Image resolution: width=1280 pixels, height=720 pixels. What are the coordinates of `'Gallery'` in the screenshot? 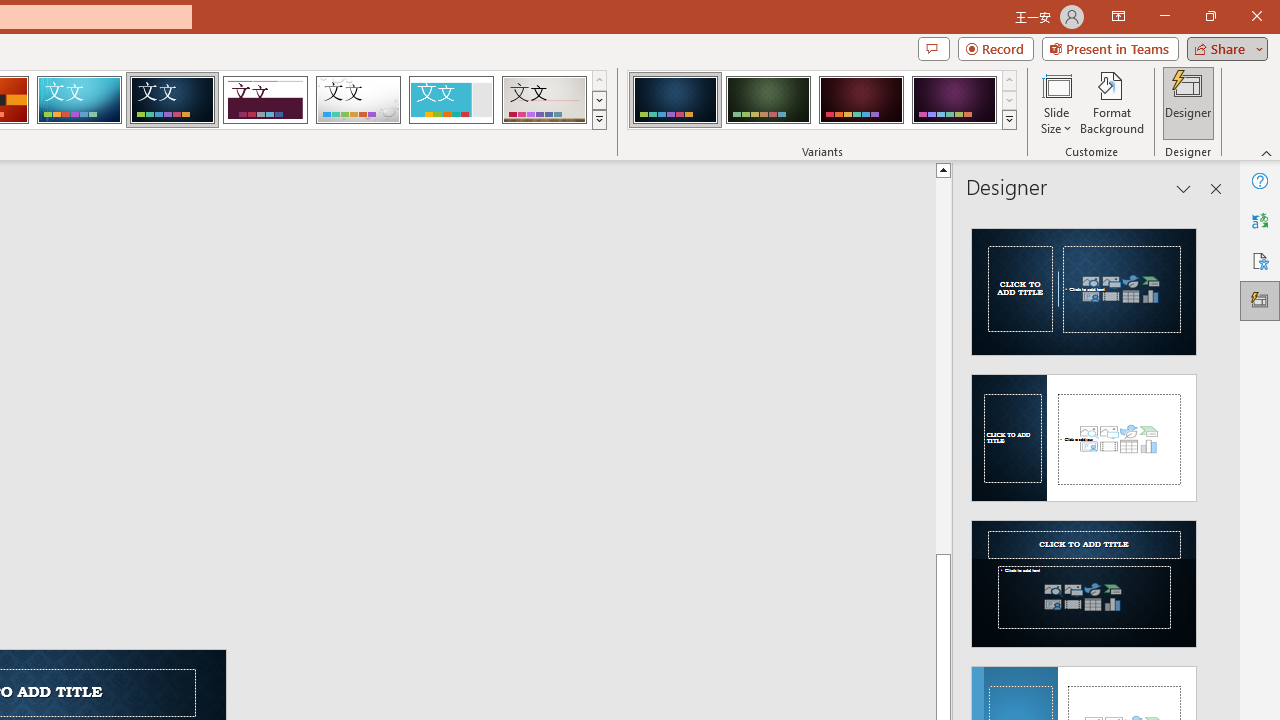 It's located at (544, 100).